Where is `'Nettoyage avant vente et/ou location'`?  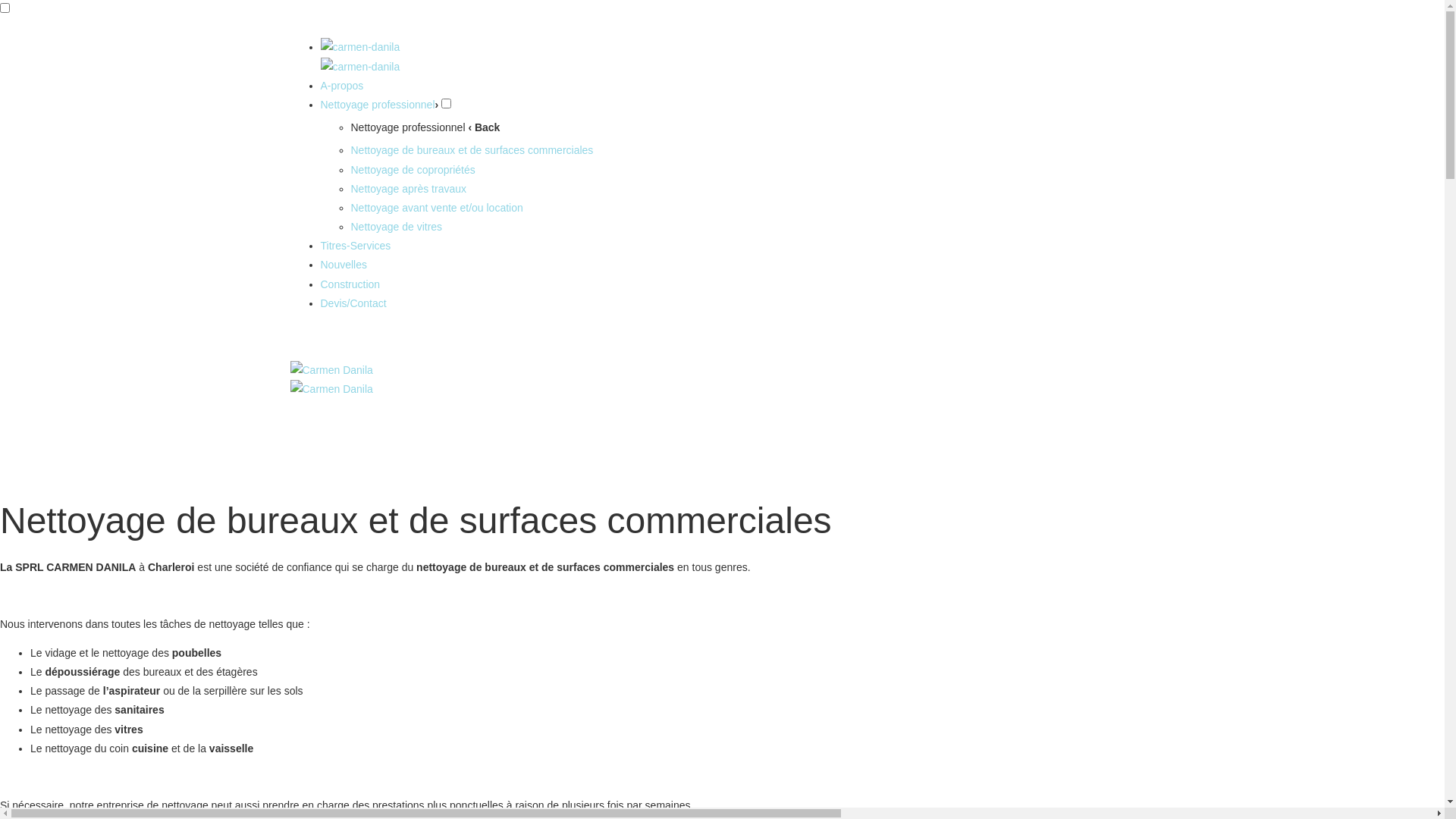 'Nettoyage avant vente et/ou location' is located at coordinates (435, 207).